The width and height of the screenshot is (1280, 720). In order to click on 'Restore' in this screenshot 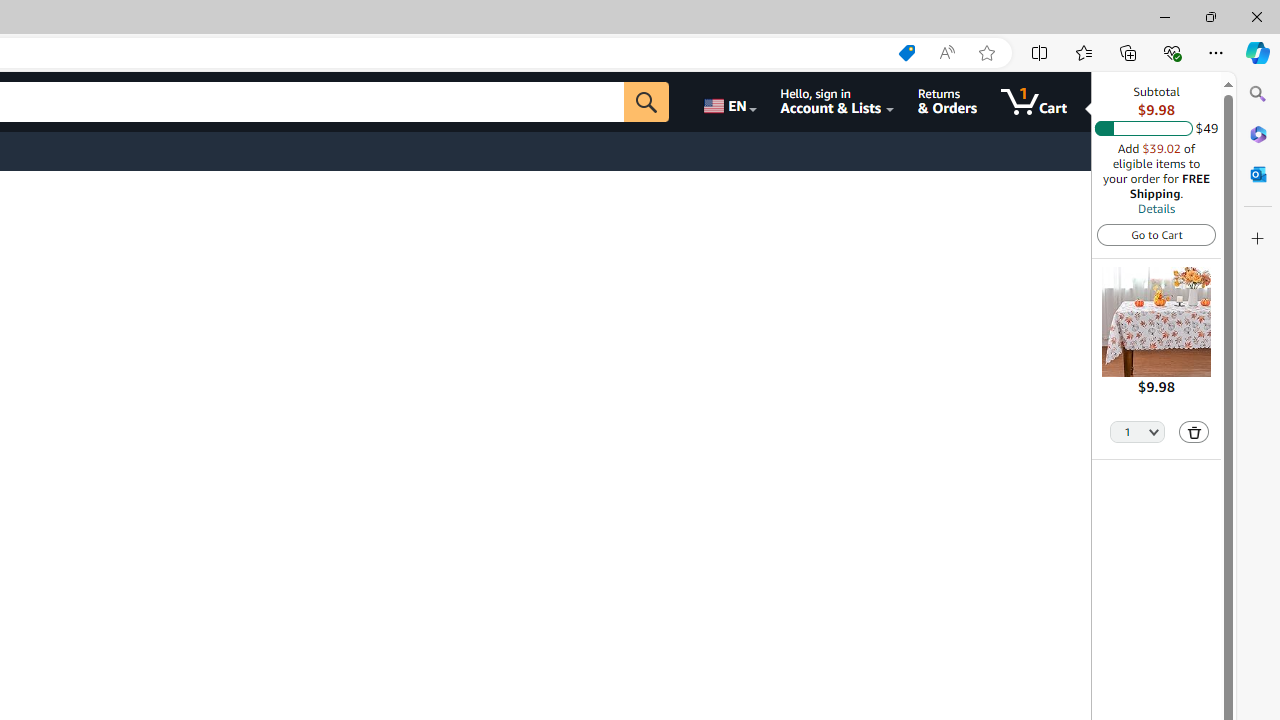, I will do `click(1209, 16)`.